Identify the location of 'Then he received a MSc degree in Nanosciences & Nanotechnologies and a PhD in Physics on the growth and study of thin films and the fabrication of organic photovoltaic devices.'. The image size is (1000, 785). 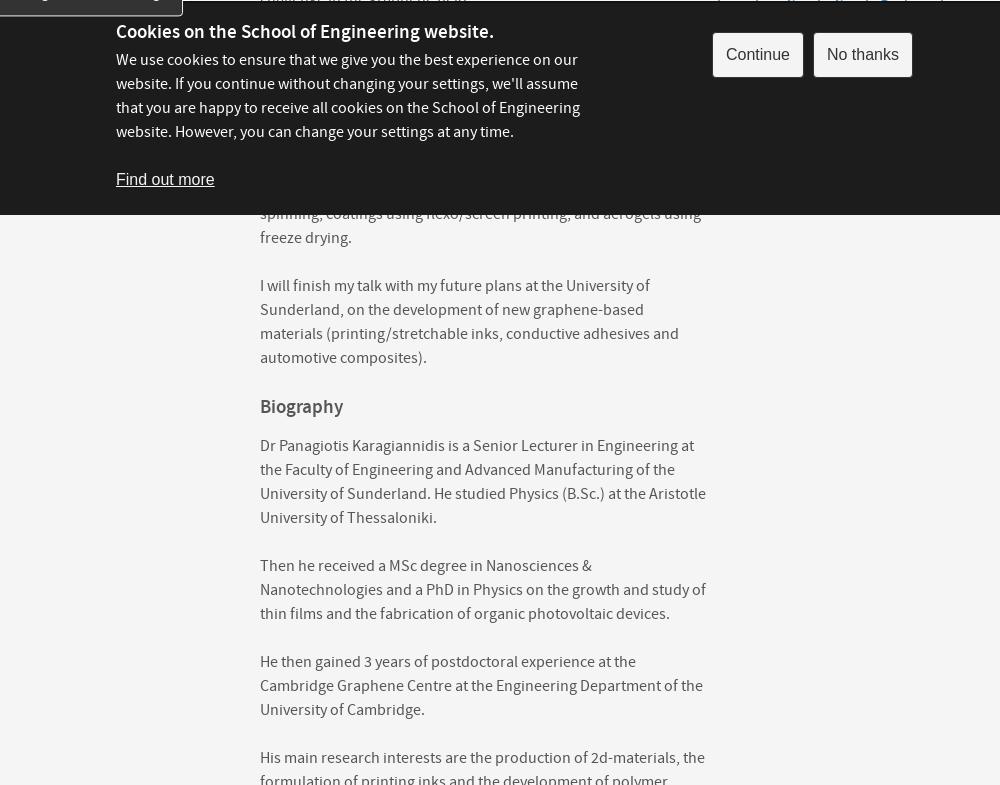
(260, 590).